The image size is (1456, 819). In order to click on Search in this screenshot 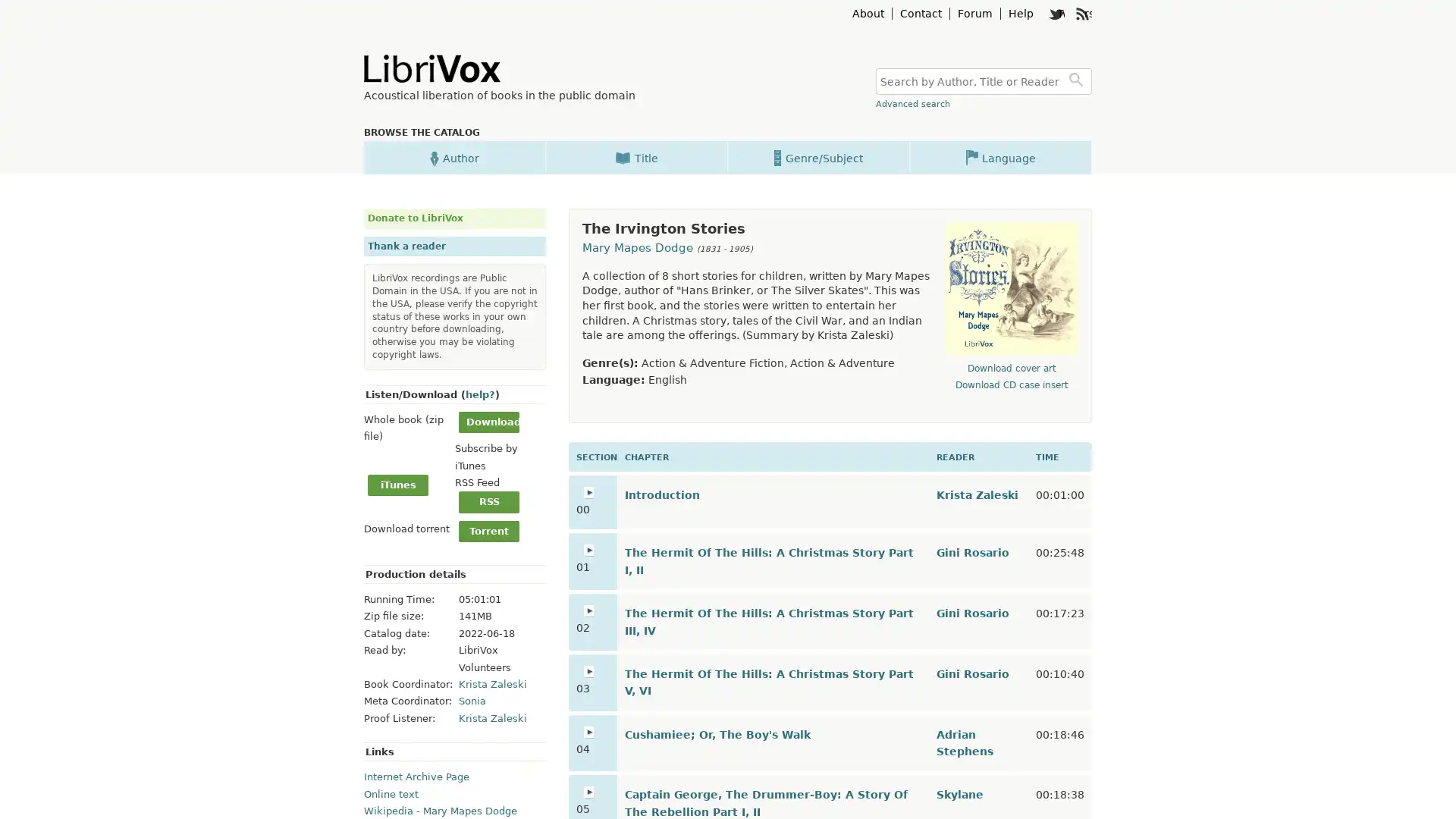, I will do `click(1078, 81)`.